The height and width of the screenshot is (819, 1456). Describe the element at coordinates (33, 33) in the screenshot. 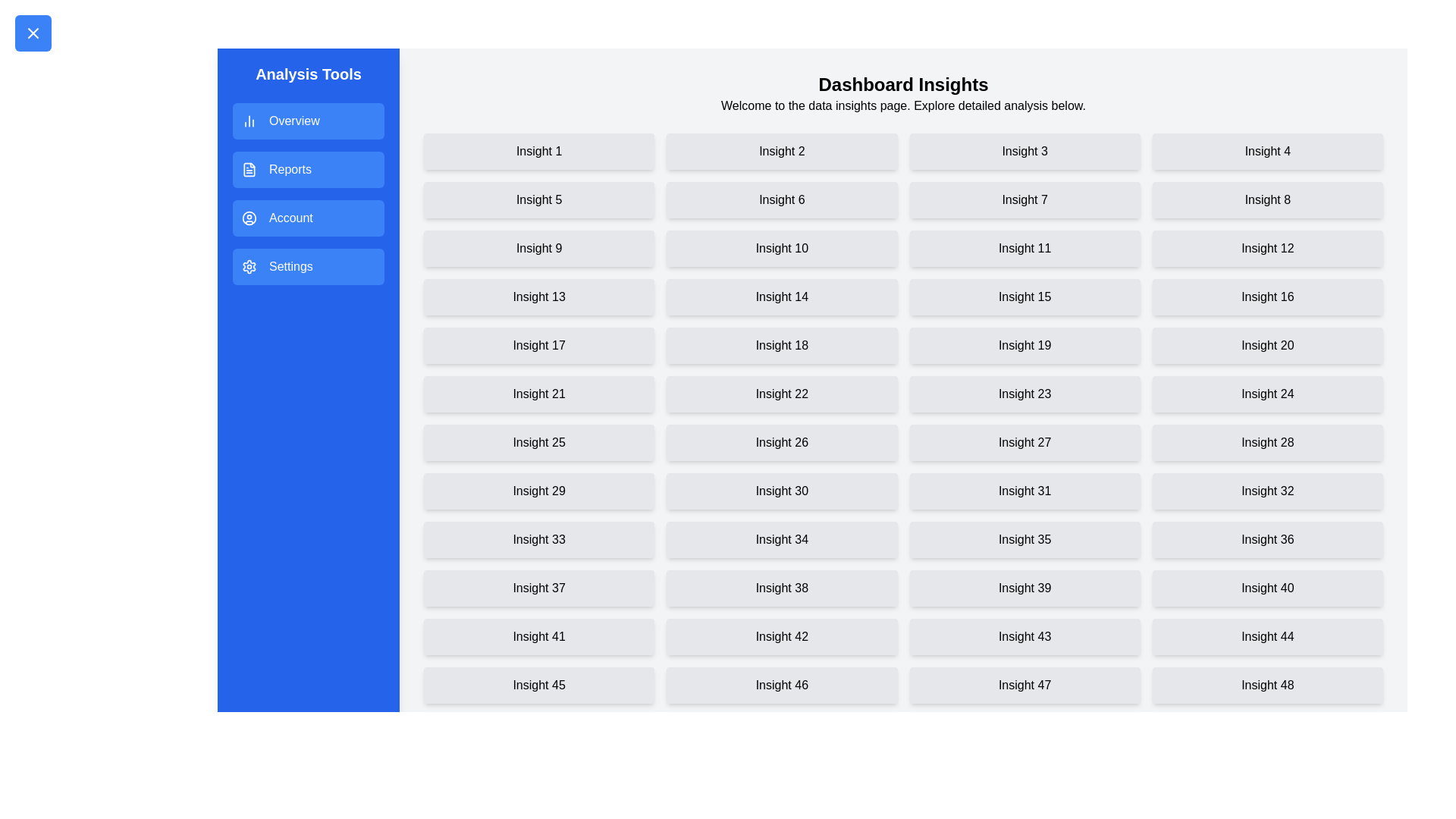

I see `toggle button to hide the drawer` at that location.